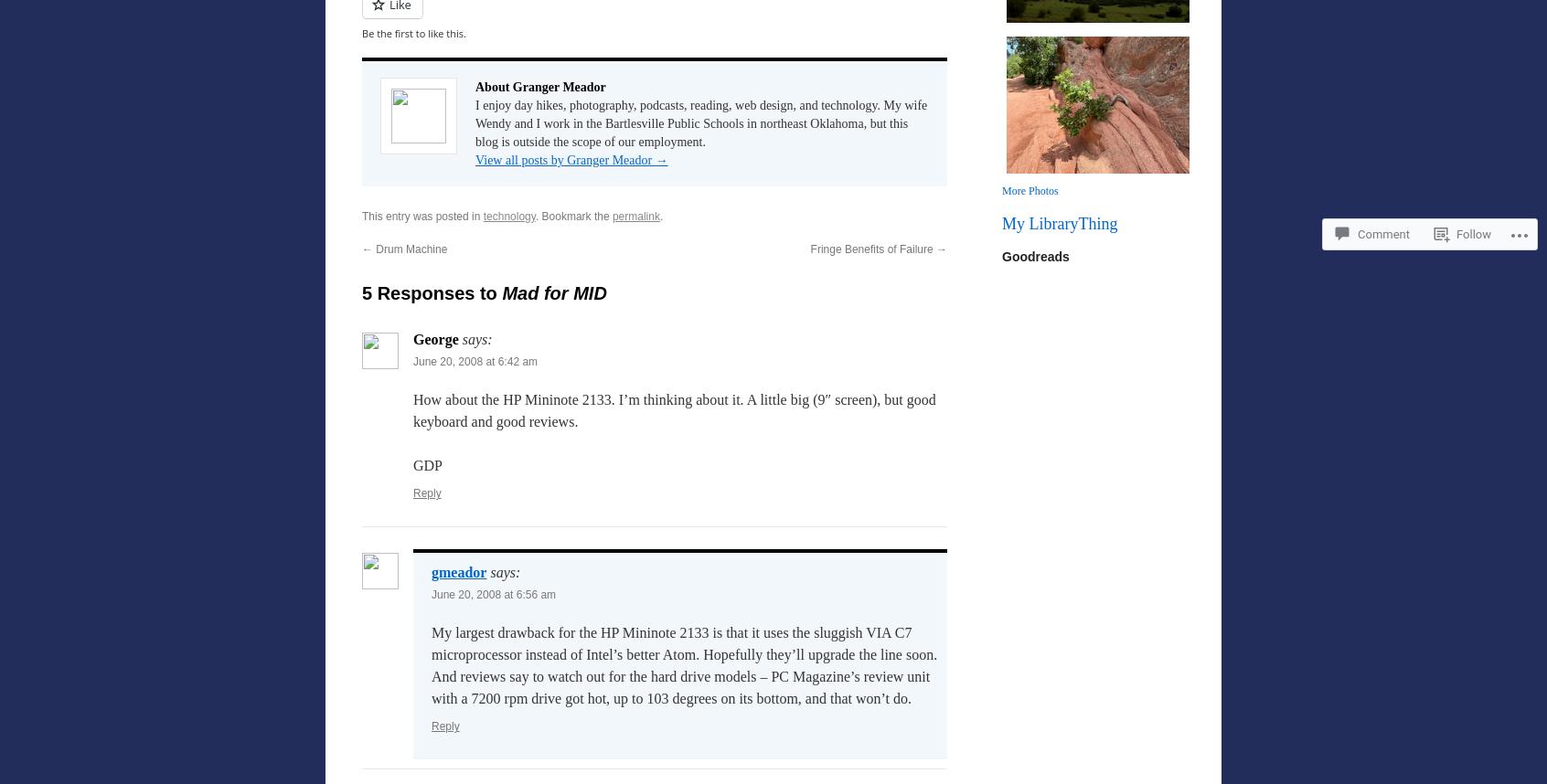 This screenshot has height=784, width=1547. What do you see at coordinates (421, 215) in the screenshot?
I see `'This entry was posted in'` at bounding box center [421, 215].